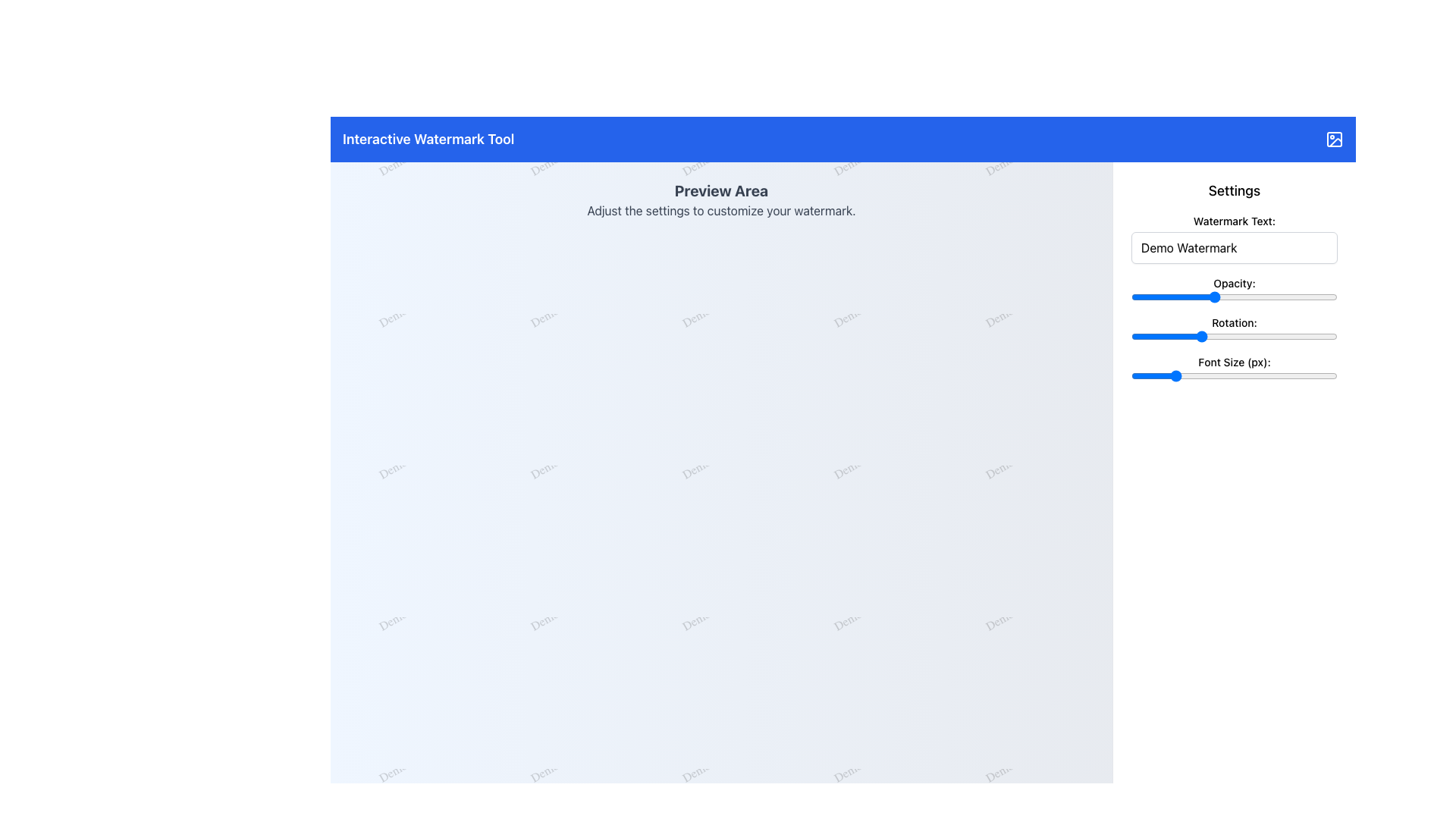 This screenshot has height=819, width=1456. I want to click on the single-line text input box labeled 'Watermark Text:', so click(1234, 247).